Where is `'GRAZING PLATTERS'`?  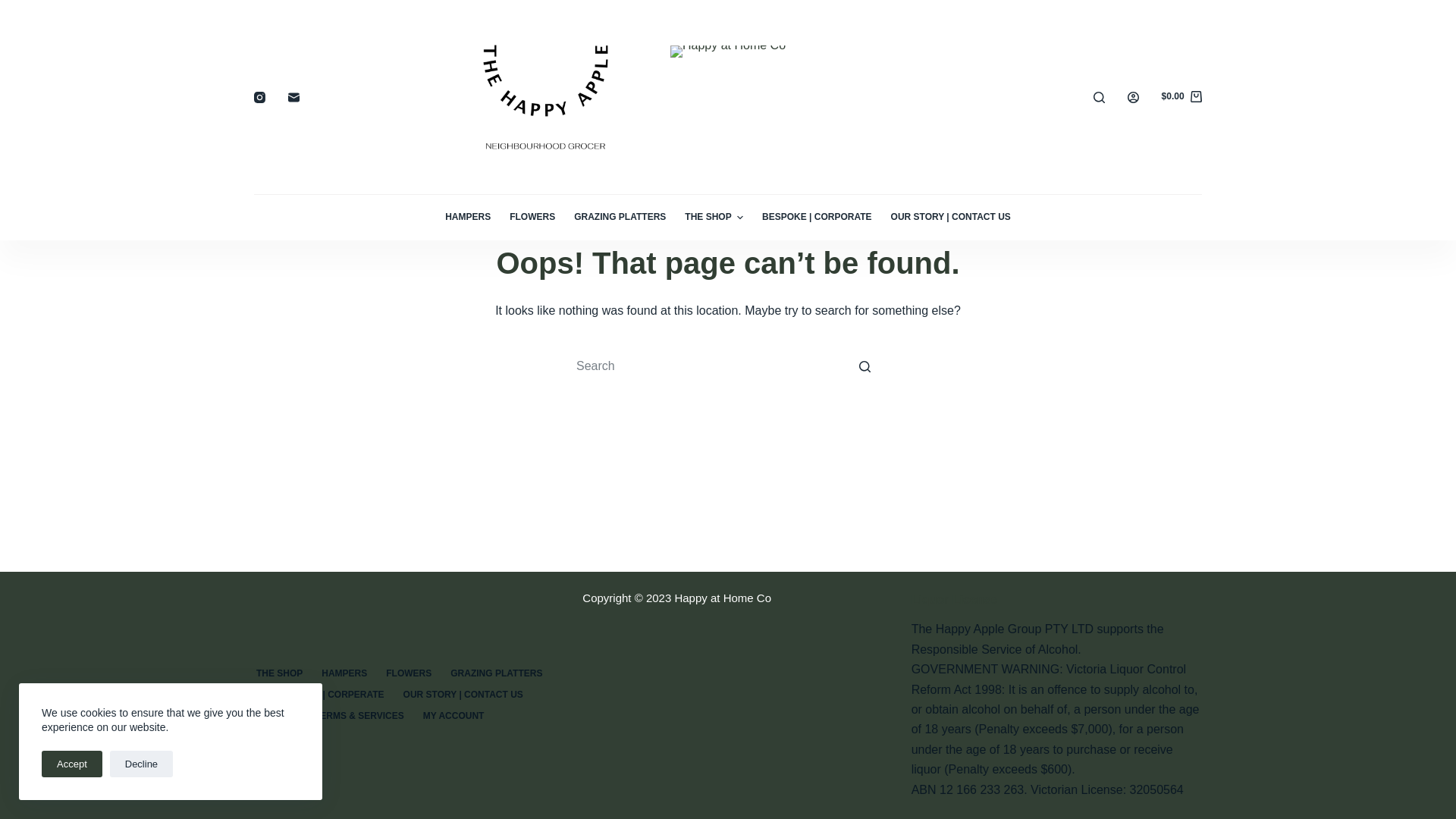 'GRAZING PLATTERS' is located at coordinates (620, 217).